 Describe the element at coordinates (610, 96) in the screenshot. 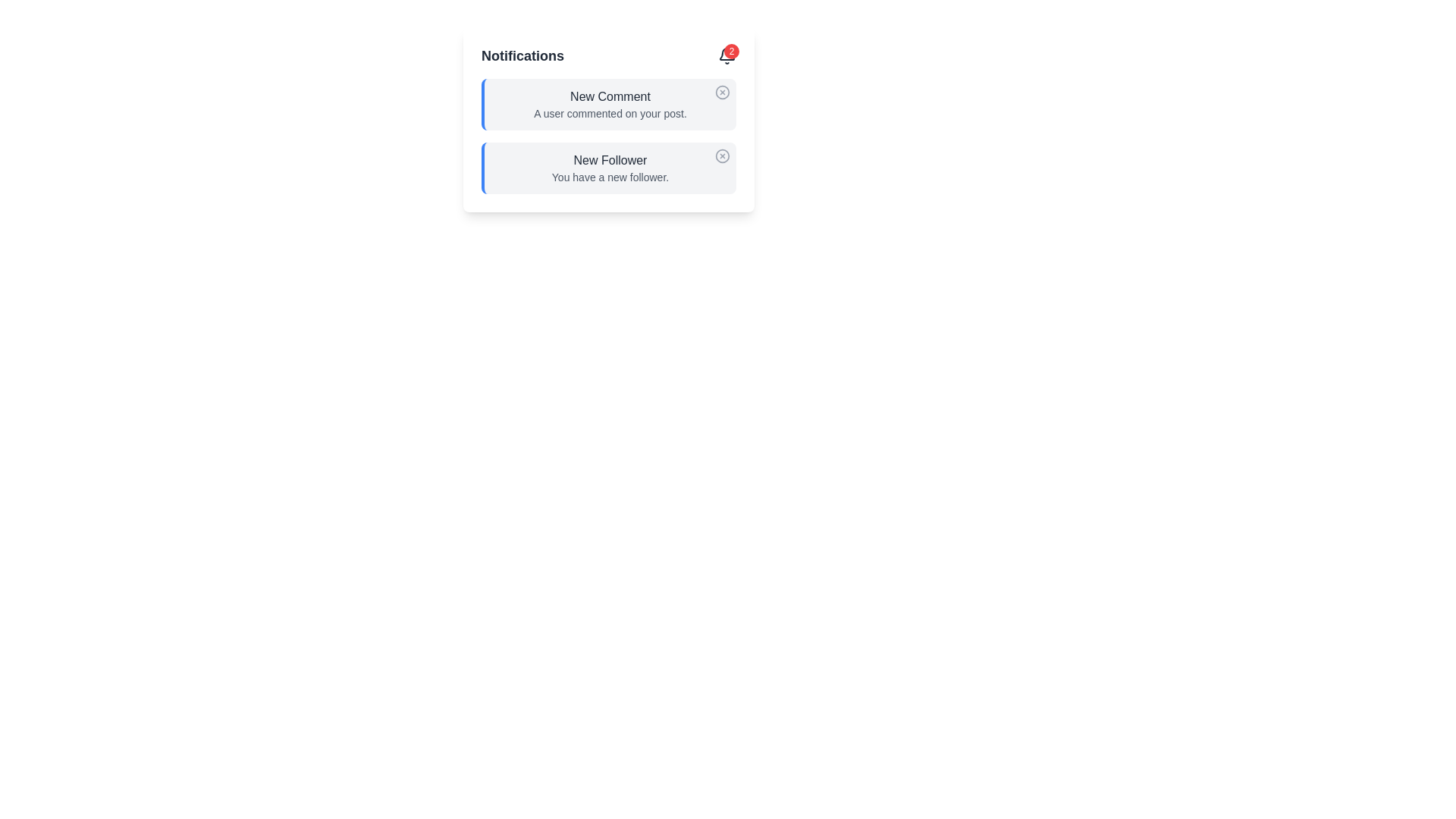

I see `the 'New Comment' textual label located at the top left of the notification card, which is styled with a medium font weight and dark gray color` at that location.